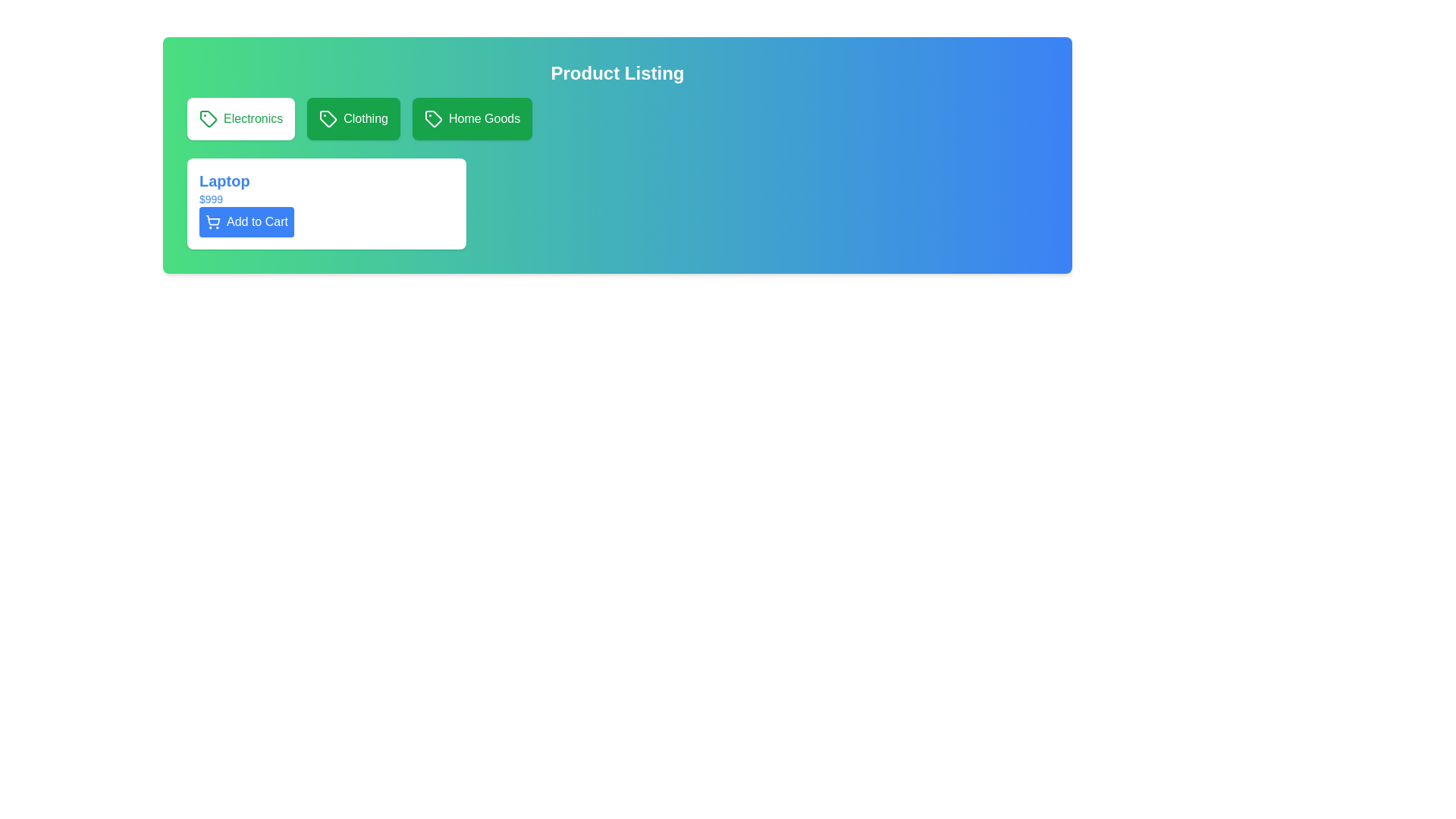 Image resolution: width=1456 pixels, height=819 pixels. What do you see at coordinates (207, 118) in the screenshot?
I see `the 'Electronics' button that contains the tag-shaped icon with a green stroke and a circular dot near one end` at bounding box center [207, 118].